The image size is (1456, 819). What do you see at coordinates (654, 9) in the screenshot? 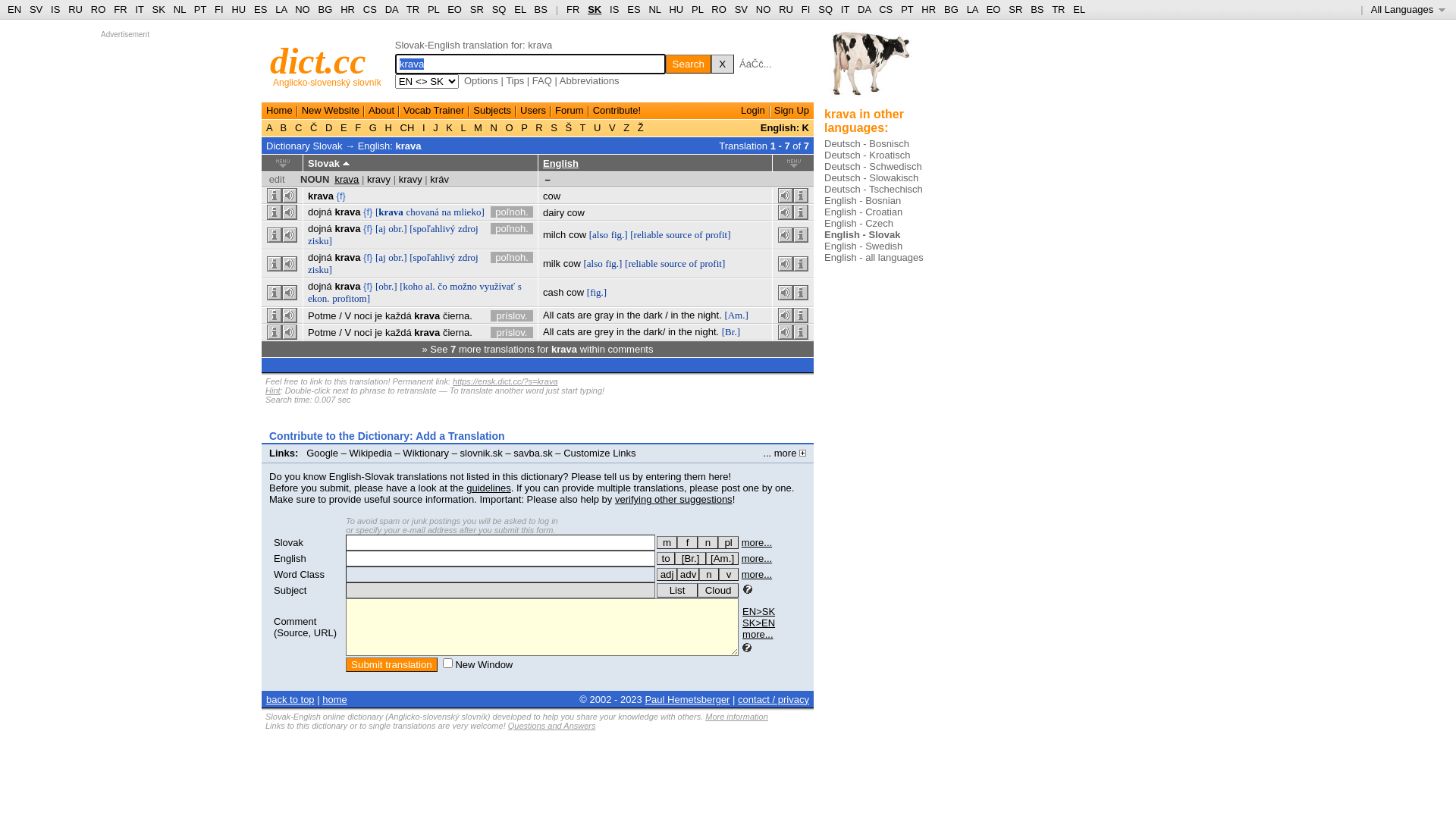
I see `'NL'` at bounding box center [654, 9].